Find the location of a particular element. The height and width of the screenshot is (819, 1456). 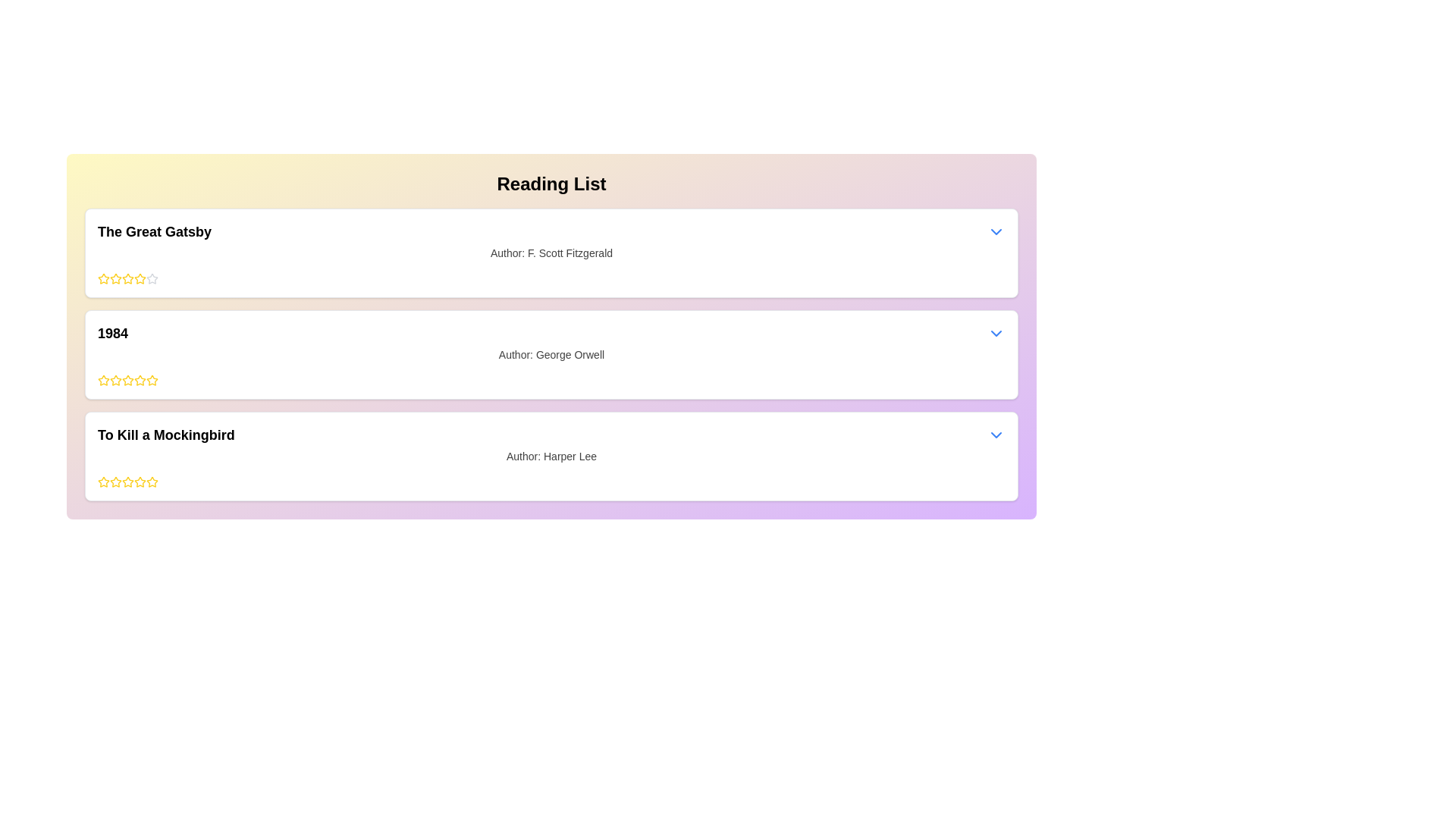

the third star icon in the 5-star rating system under the '1984' heading in the 'Reading List' to rate it is located at coordinates (115, 379).